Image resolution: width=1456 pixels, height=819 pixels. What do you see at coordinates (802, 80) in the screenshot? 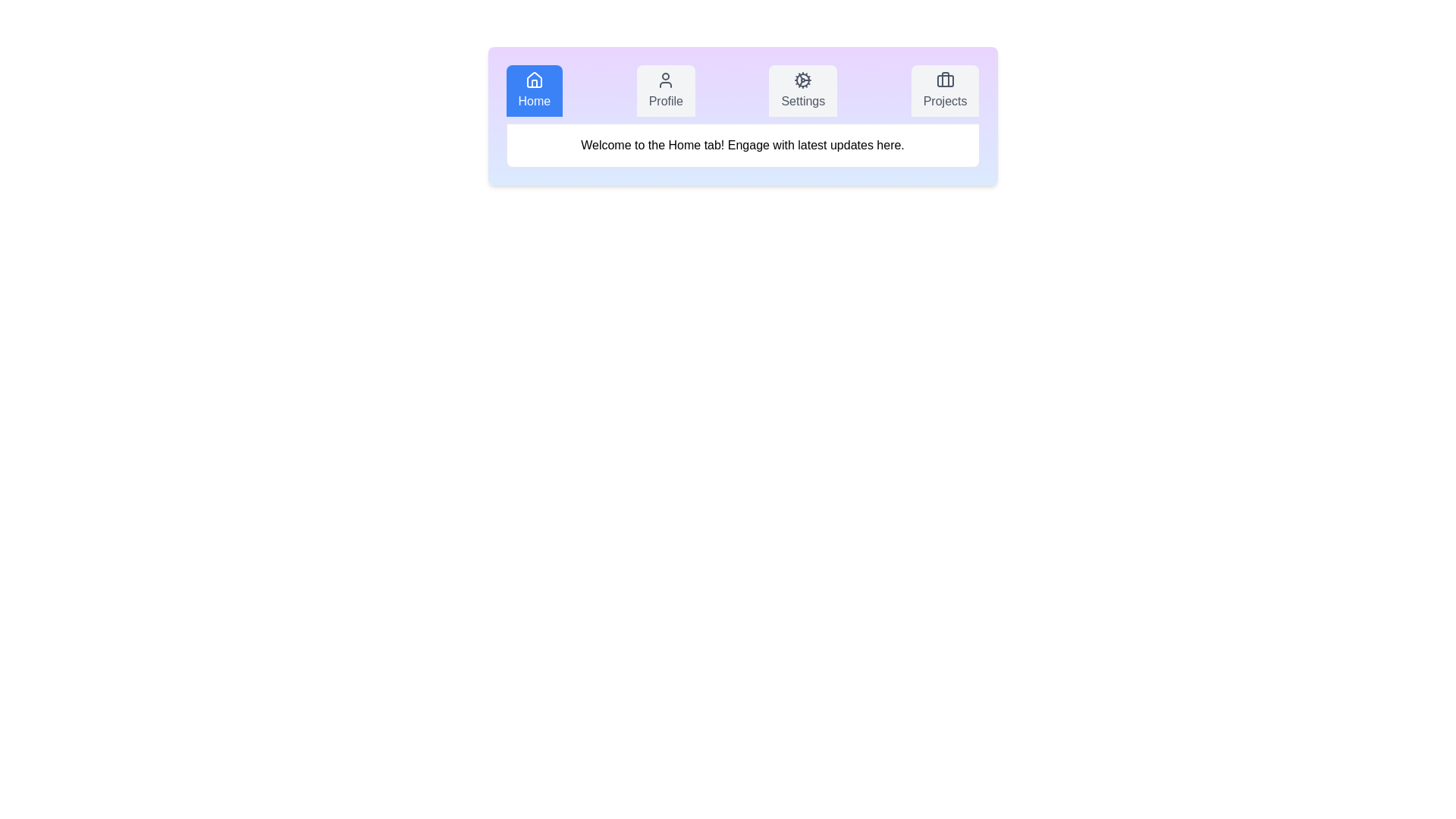
I see `the 'Settings' tab represented by the cogwheel icon, which is the third item from the left in the horizontal navigation bar` at bounding box center [802, 80].